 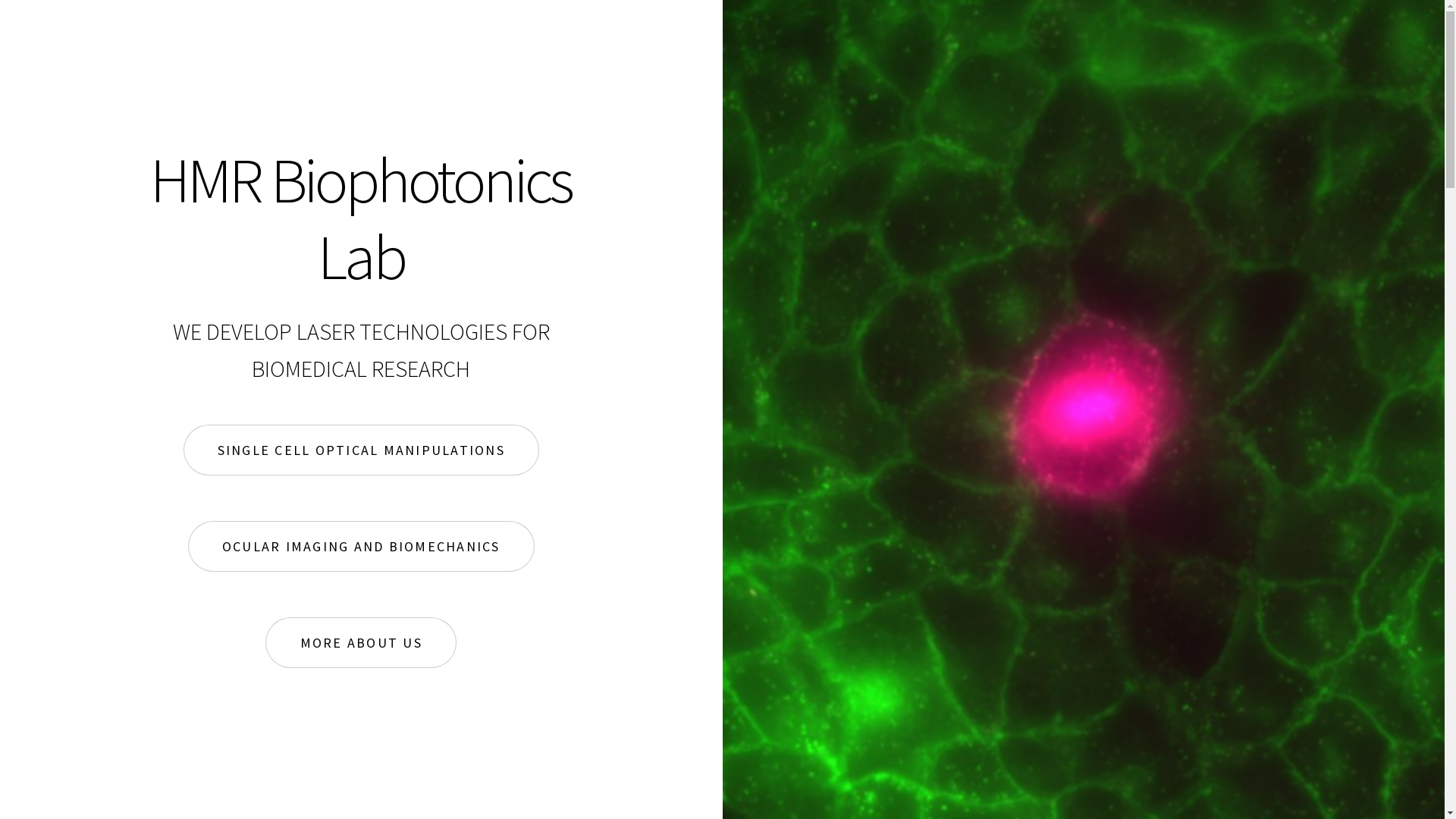 What do you see at coordinates (360, 450) in the screenshot?
I see `'SINGLE CELL OPTICAL MANIPULATIONS'` at bounding box center [360, 450].